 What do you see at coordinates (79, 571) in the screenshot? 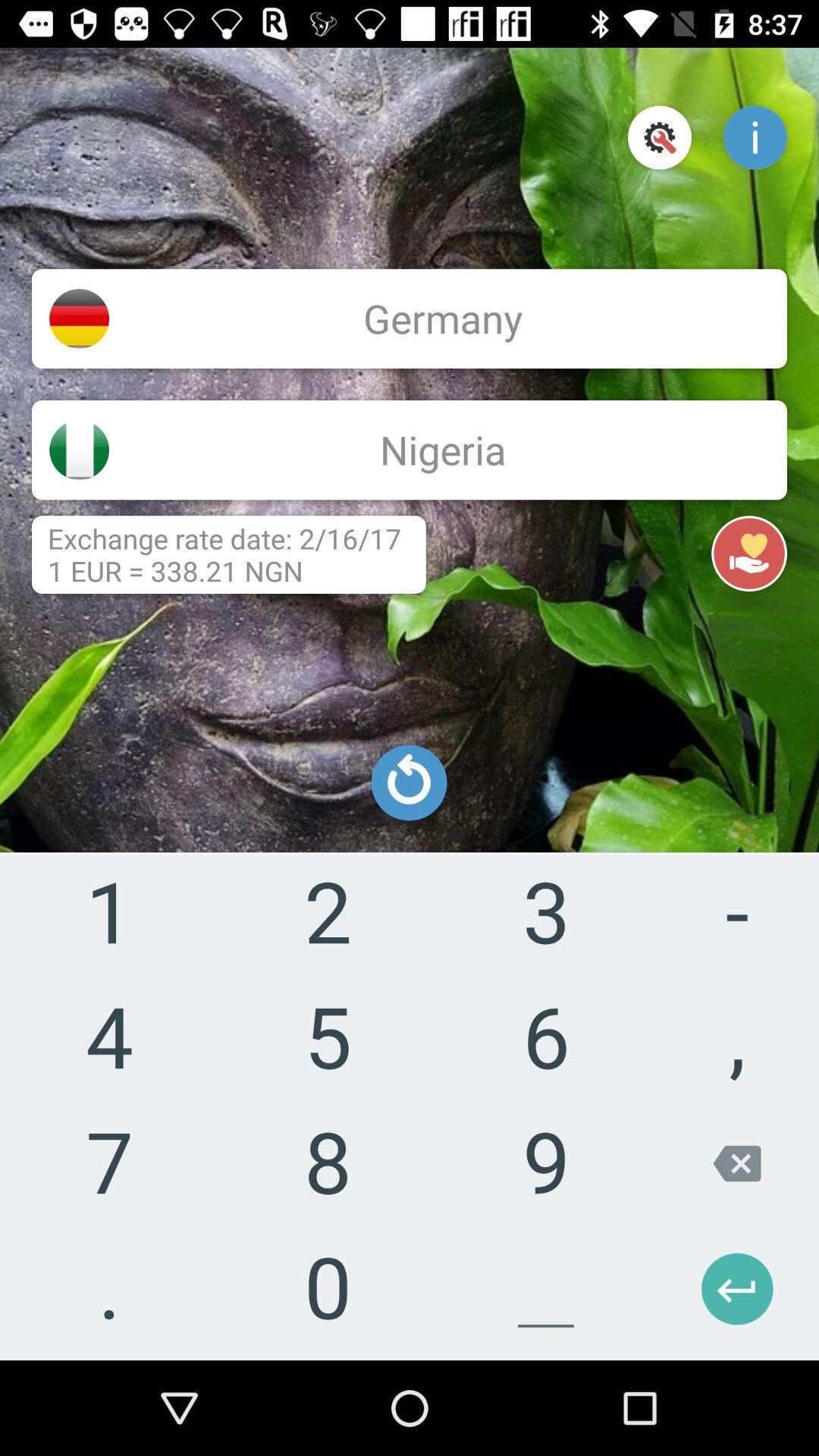
I see `the gift icon` at bounding box center [79, 571].